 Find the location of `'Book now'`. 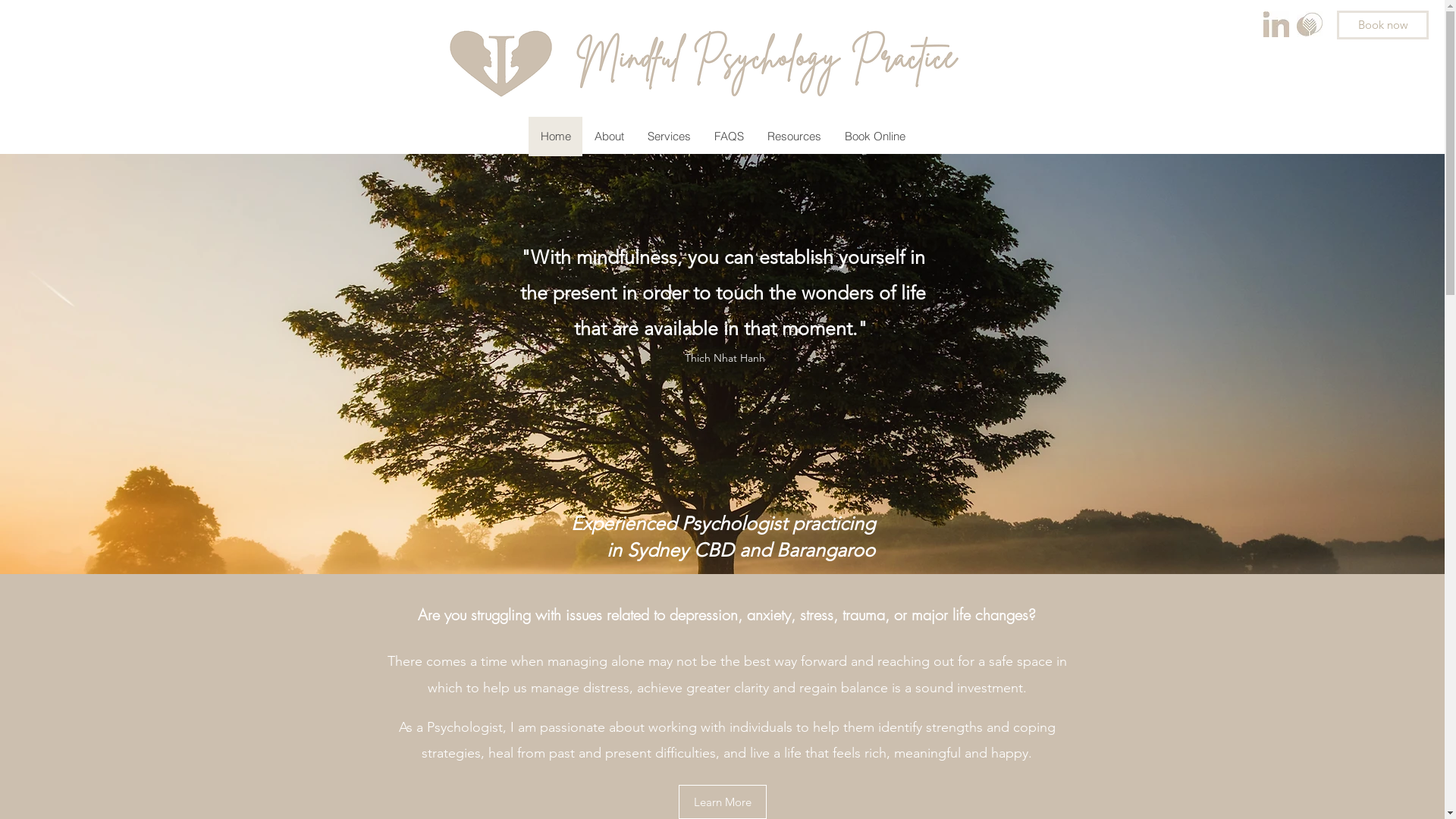

'Book now' is located at coordinates (1382, 25).